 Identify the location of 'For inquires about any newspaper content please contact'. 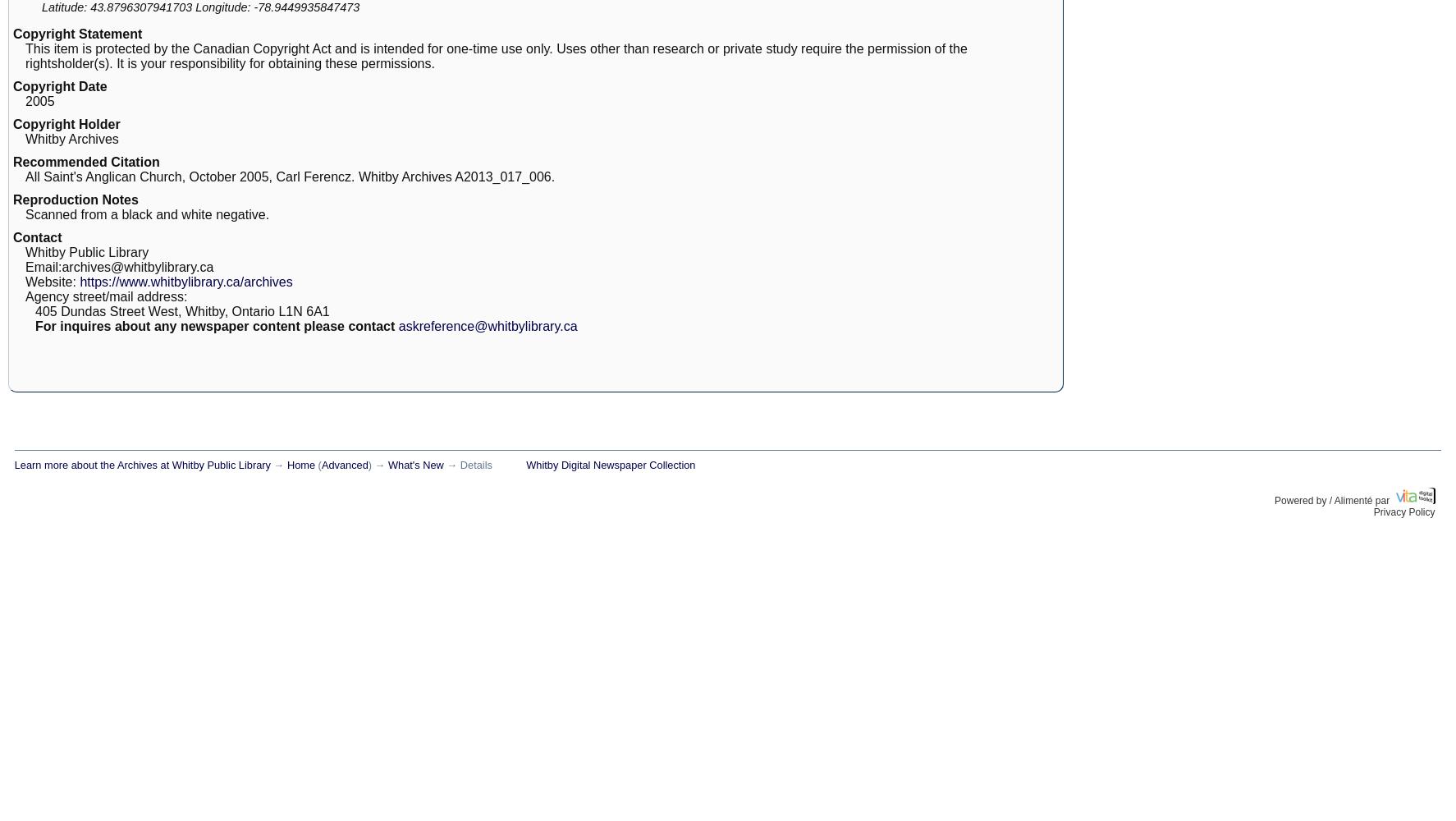
(214, 326).